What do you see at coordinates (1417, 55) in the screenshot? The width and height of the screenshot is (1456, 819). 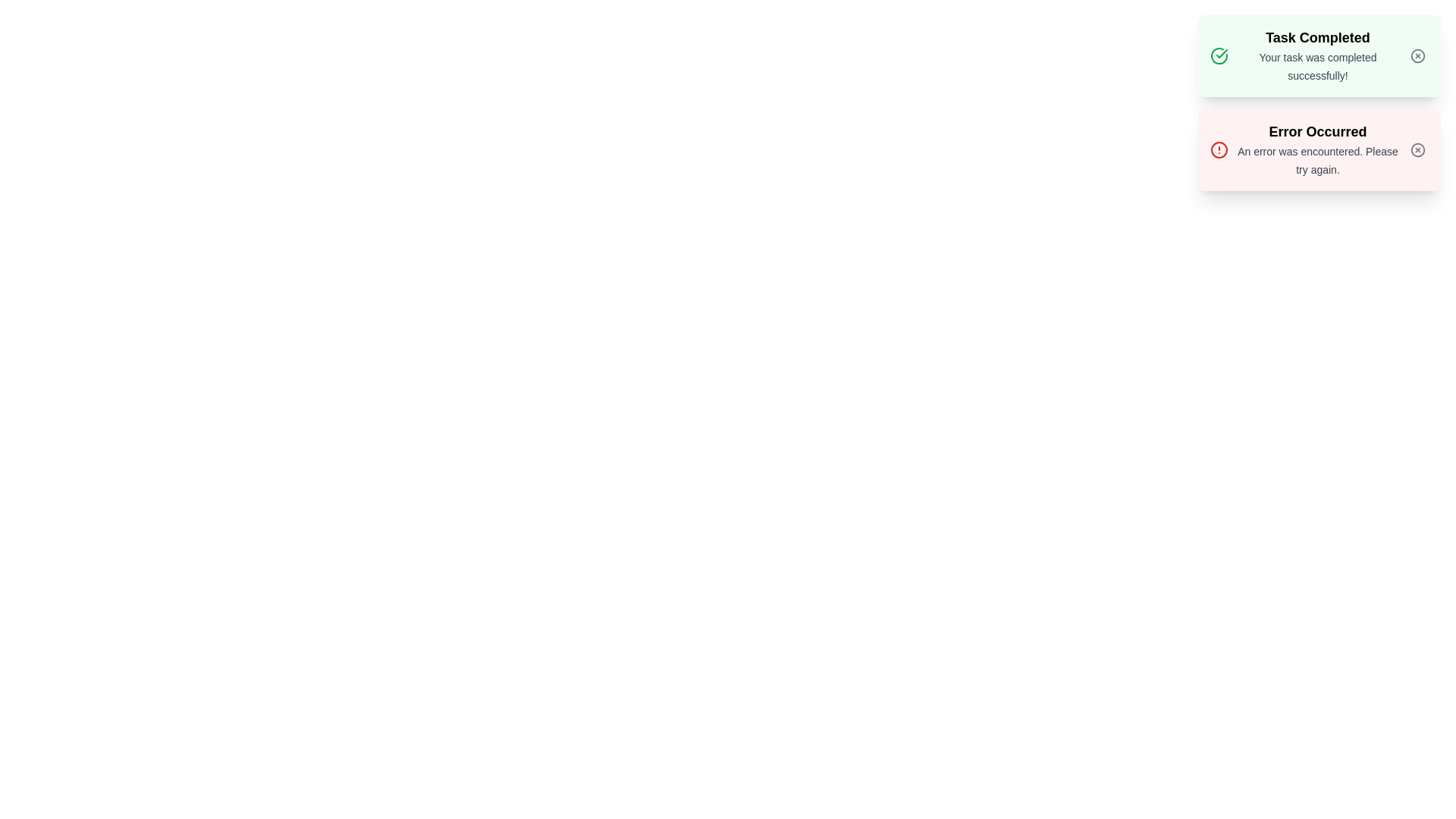 I see `the circular icon with a cross symbol inside the green notification box labeled 'Task Completed'` at bounding box center [1417, 55].